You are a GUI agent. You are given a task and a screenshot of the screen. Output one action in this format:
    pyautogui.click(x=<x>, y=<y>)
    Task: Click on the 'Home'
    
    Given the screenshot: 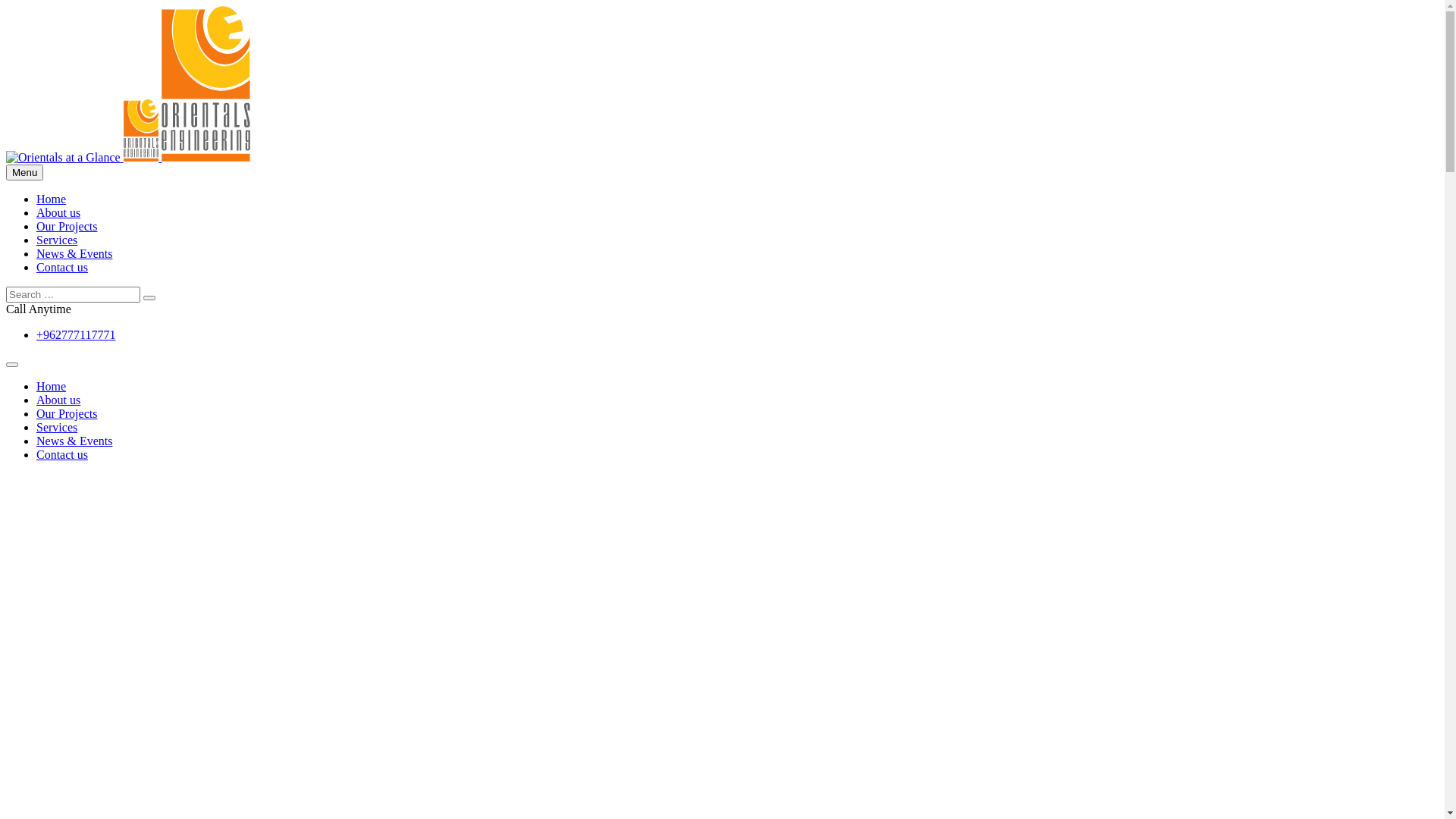 What is the action you would take?
    pyautogui.click(x=51, y=198)
    